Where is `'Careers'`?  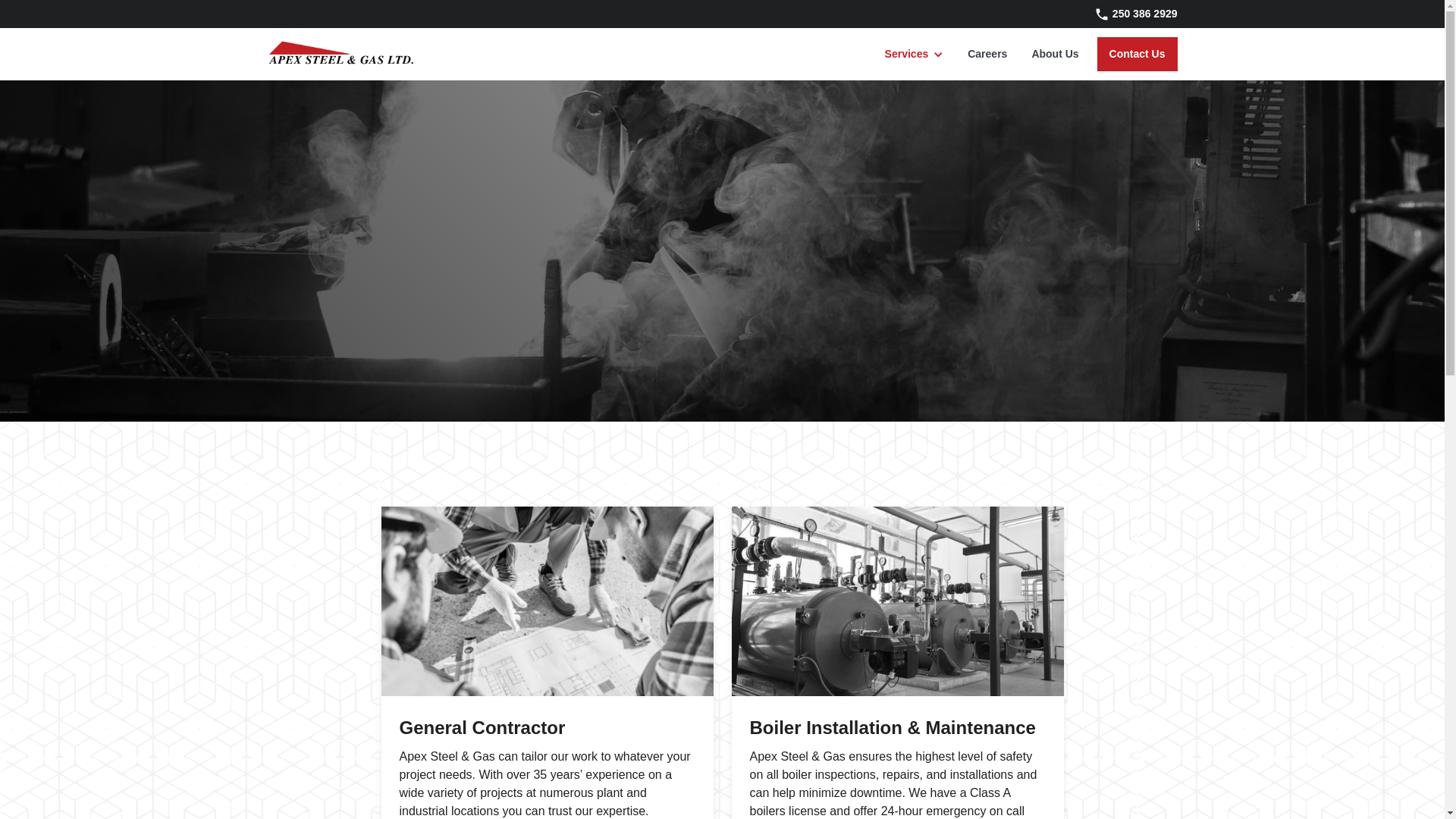 'Careers' is located at coordinates (987, 53).